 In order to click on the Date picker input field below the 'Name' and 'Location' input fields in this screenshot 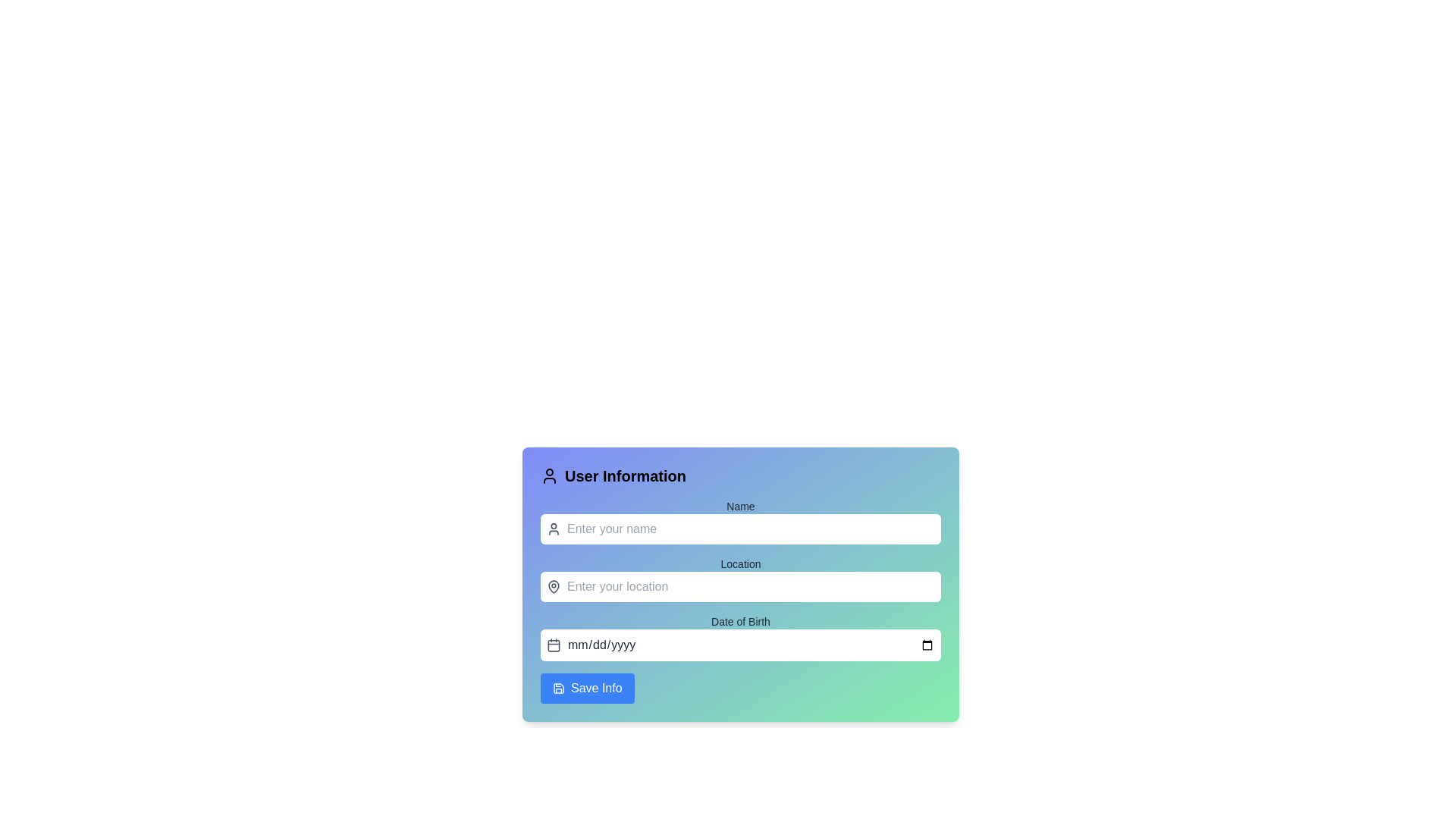, I will do `click(741, 637)`.